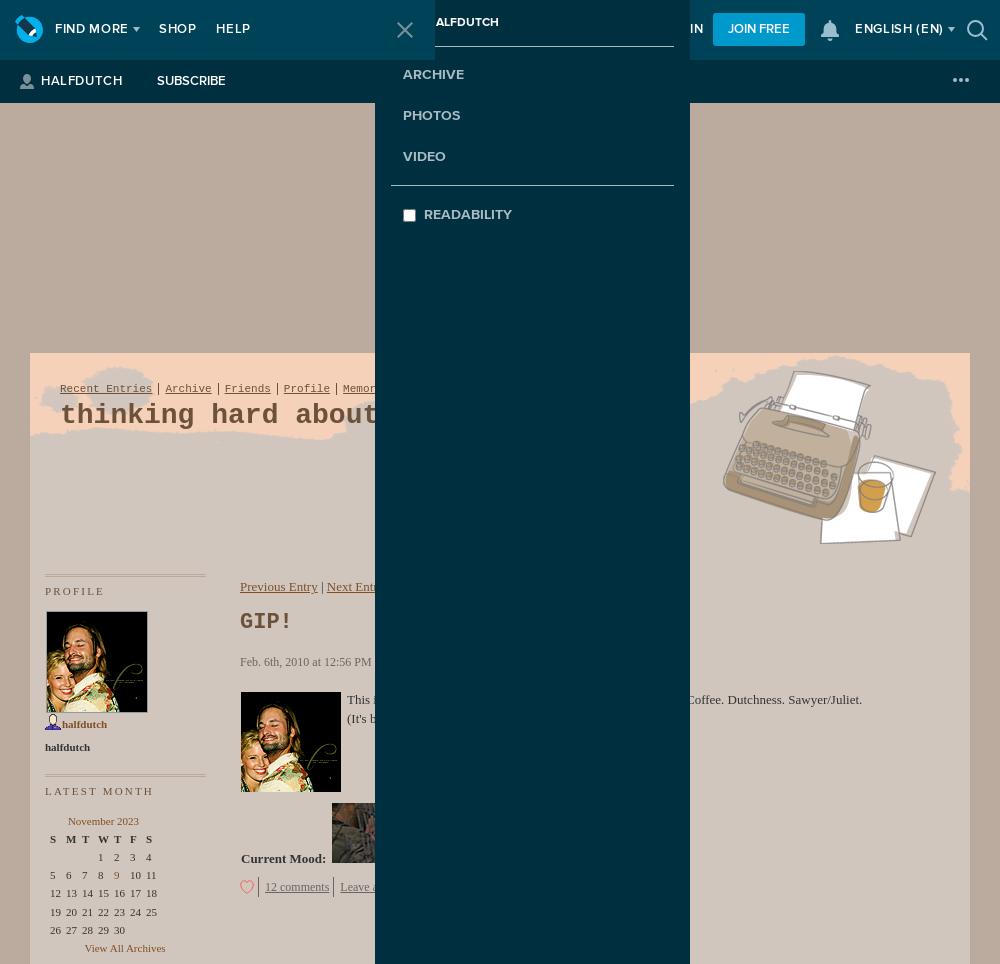  I want to click on '29', so click(102, 929).